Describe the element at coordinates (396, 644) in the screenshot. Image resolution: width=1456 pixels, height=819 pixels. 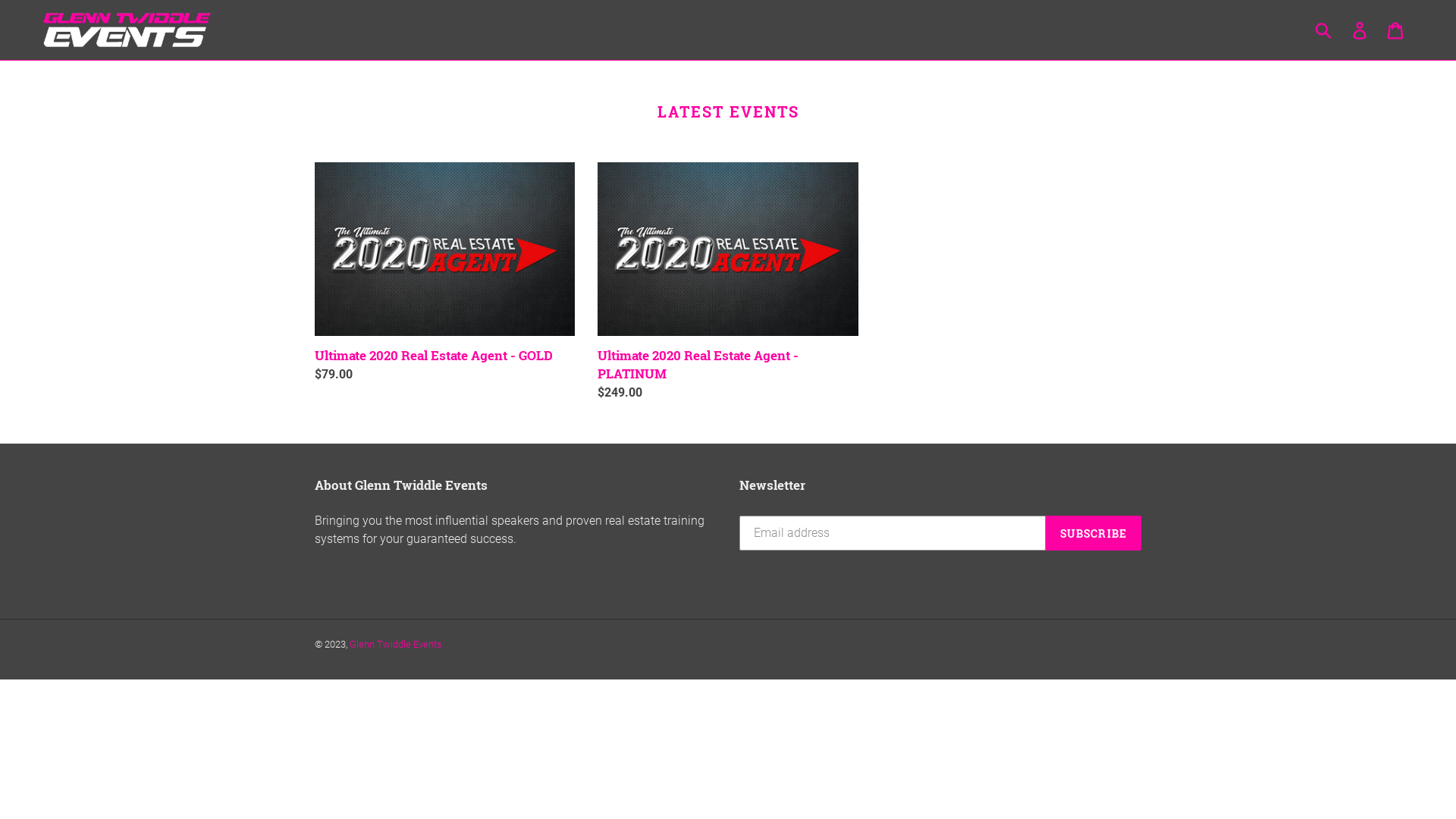
I see `'Glenn Twiddle Events'` at that location.